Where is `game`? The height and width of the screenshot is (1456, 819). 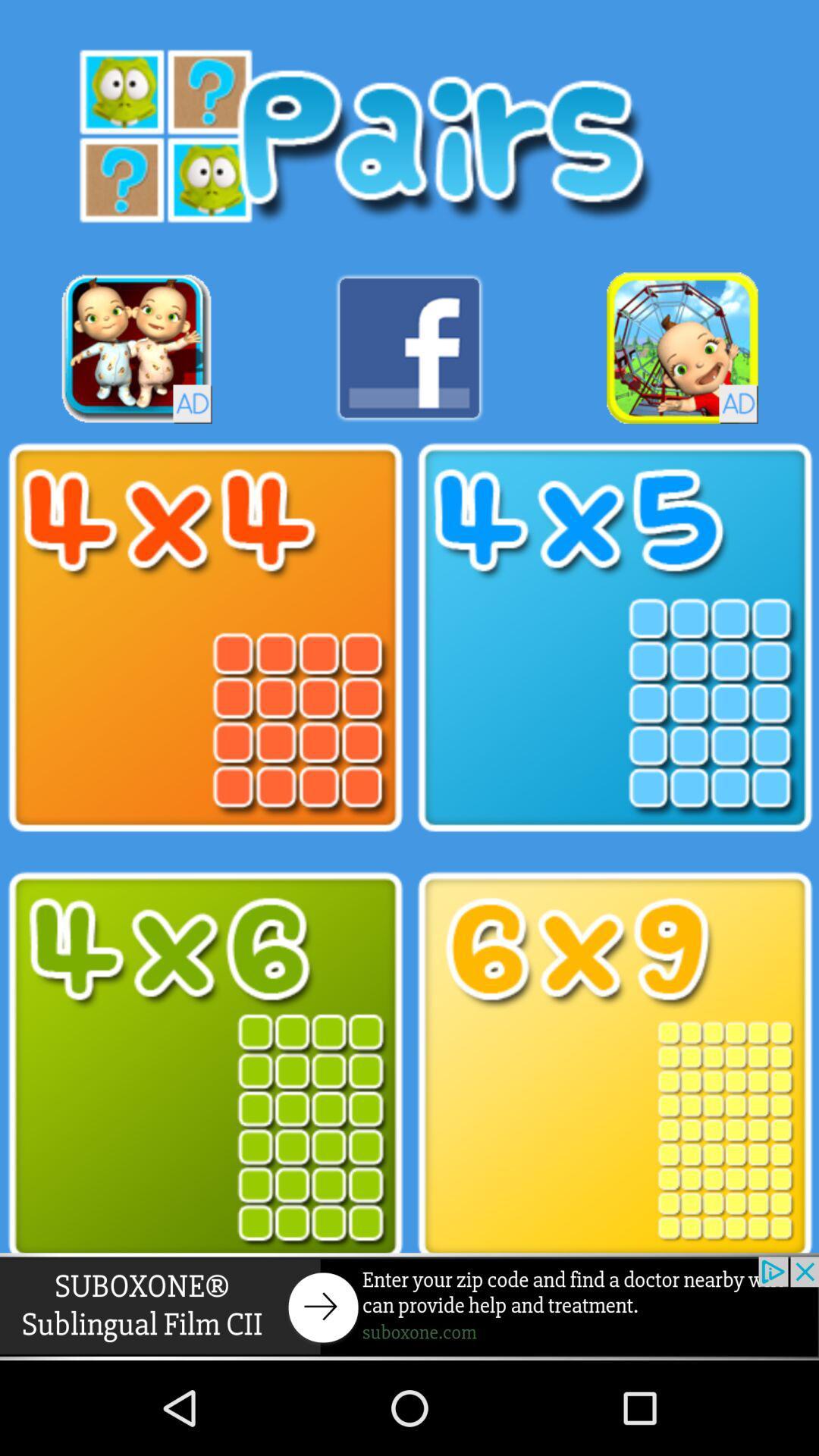 game is located at coordinates (136, 347).